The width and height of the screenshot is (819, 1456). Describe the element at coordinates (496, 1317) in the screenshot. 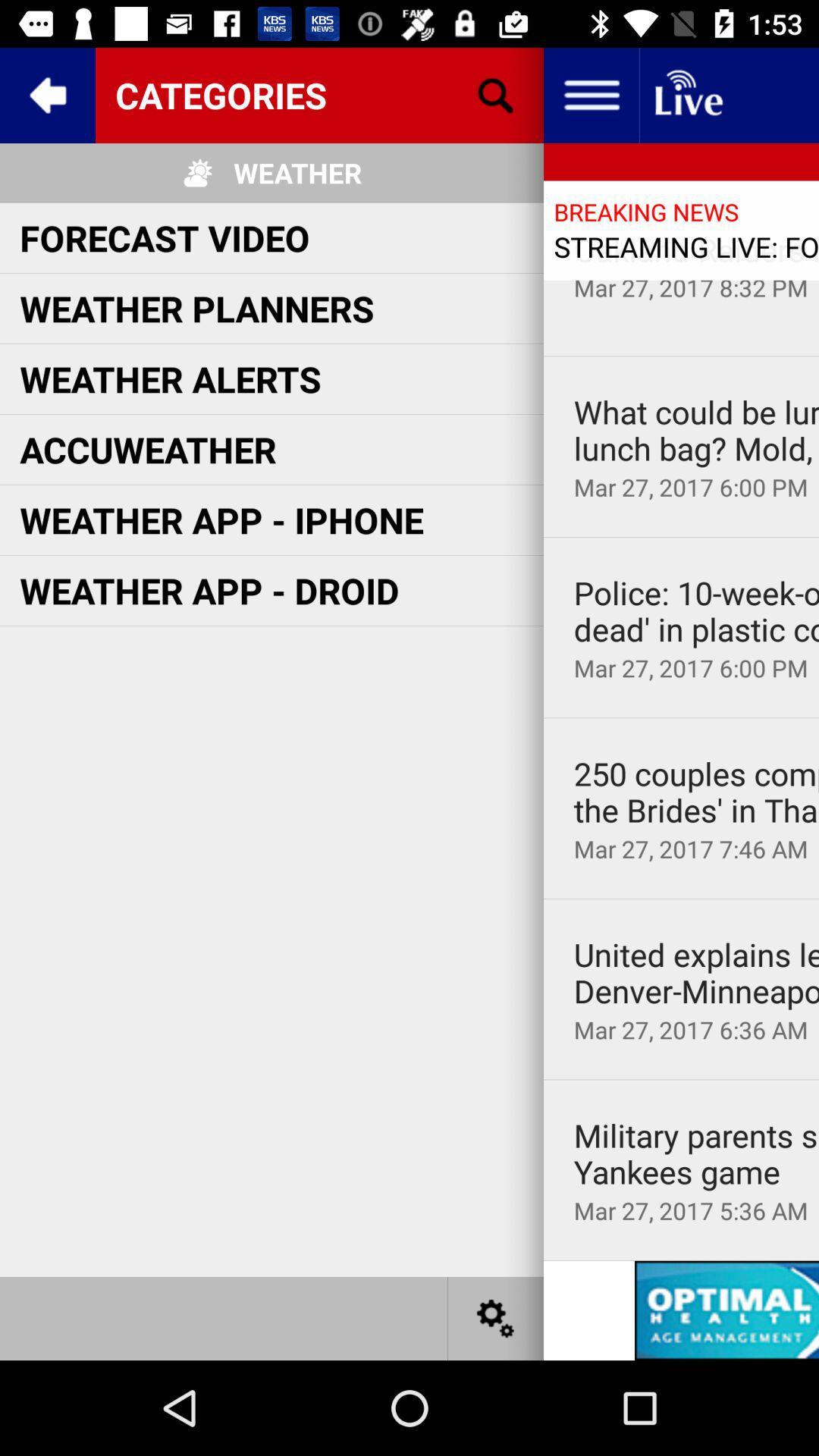

I see `the settings icon` at that location.